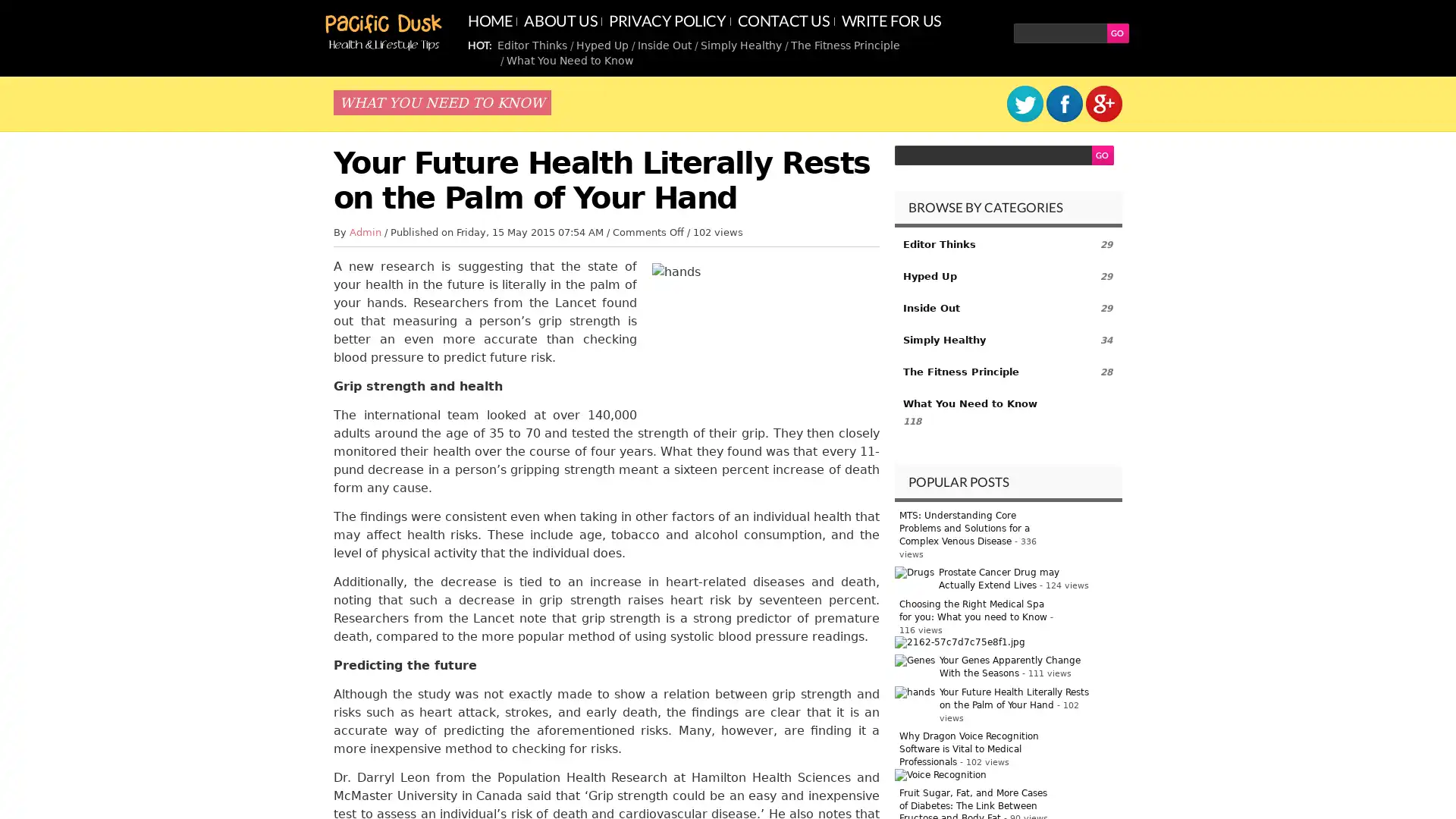  I want to click on GO, so click(1103, 155).